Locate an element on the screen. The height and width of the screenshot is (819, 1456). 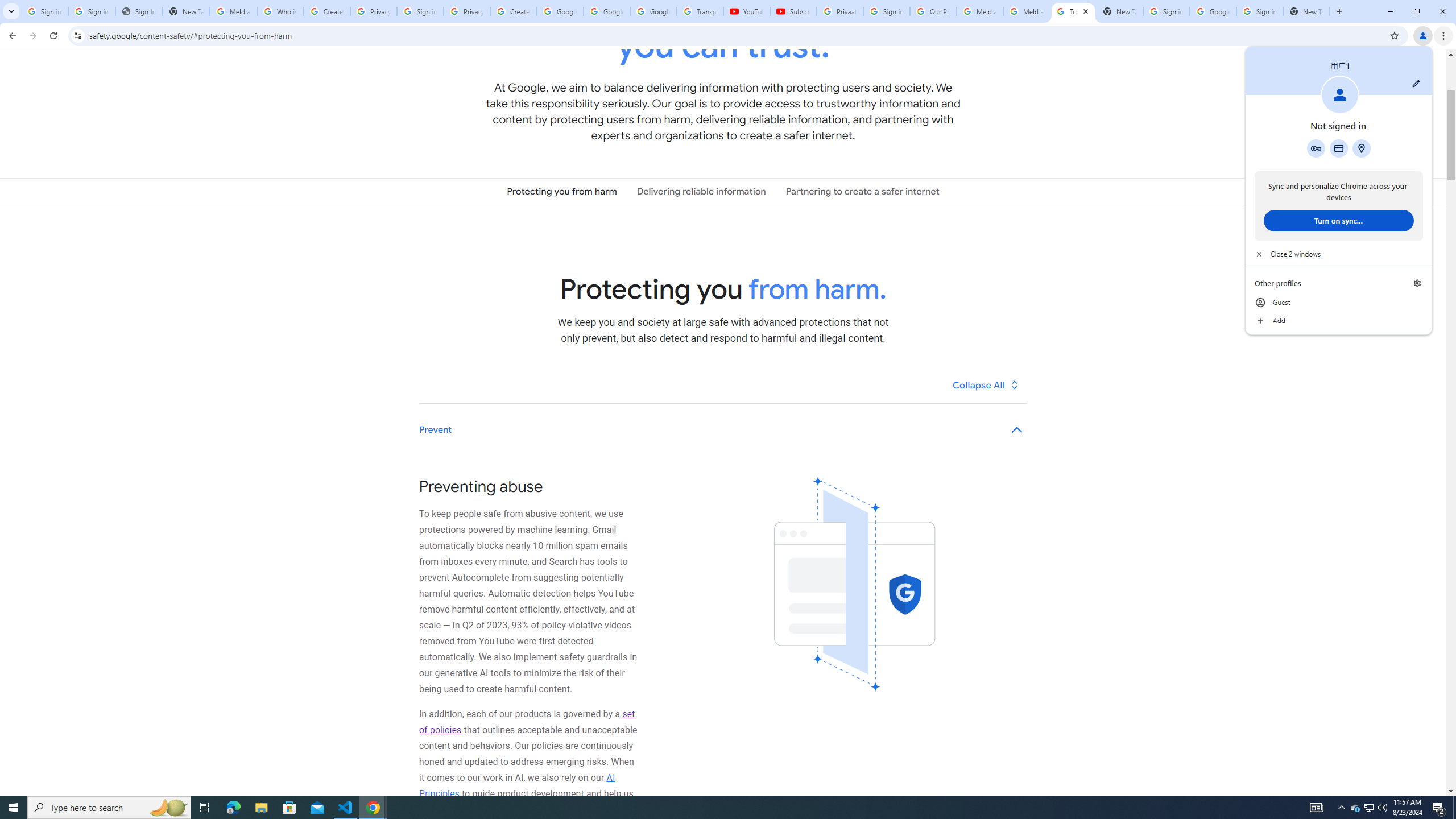
'Guest' is located at coordinates (1338, 303).